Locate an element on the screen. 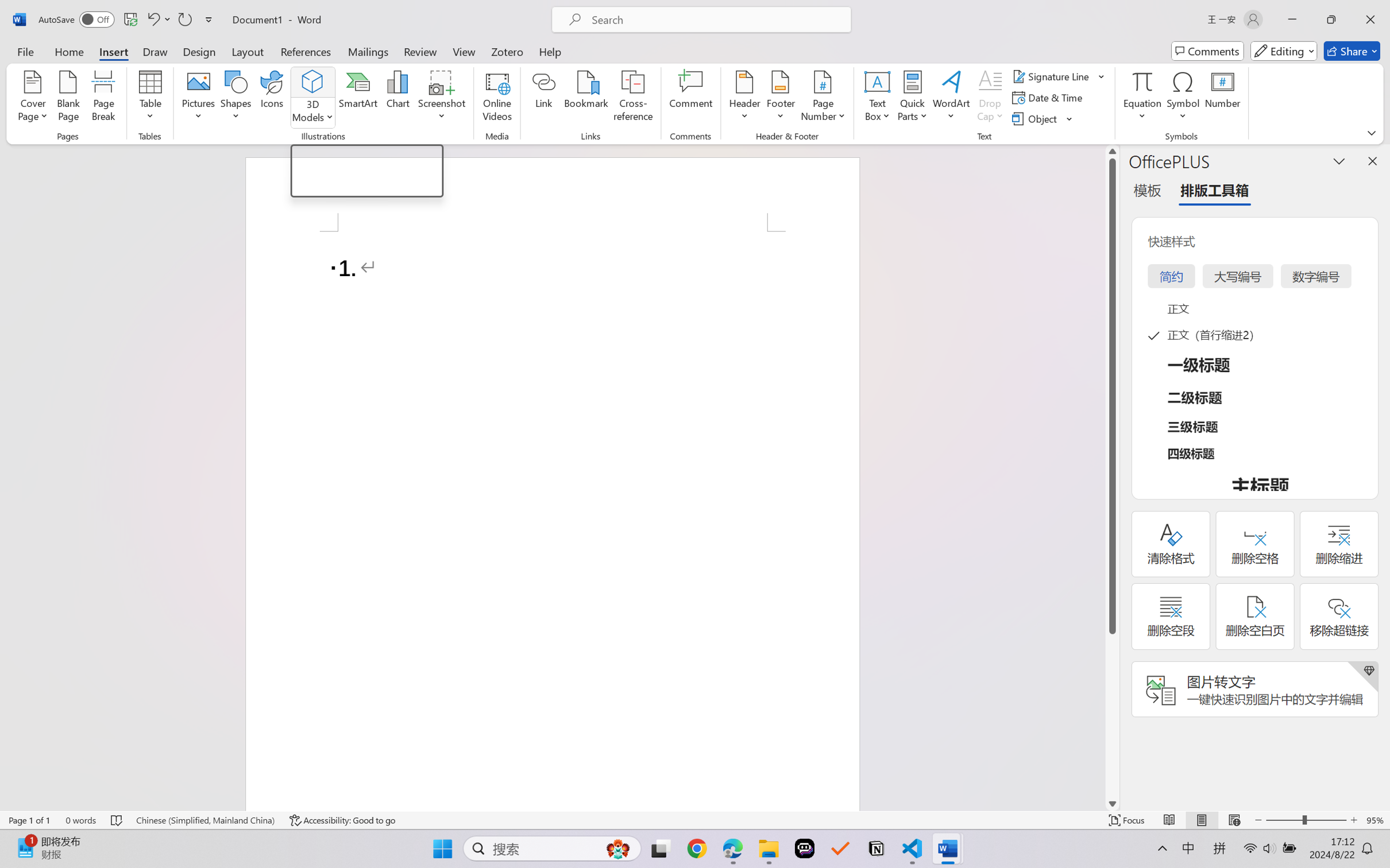 The height and width of the screenshot is (868, 1390). 'Bookmark...' is located at coordinates (586, 98).